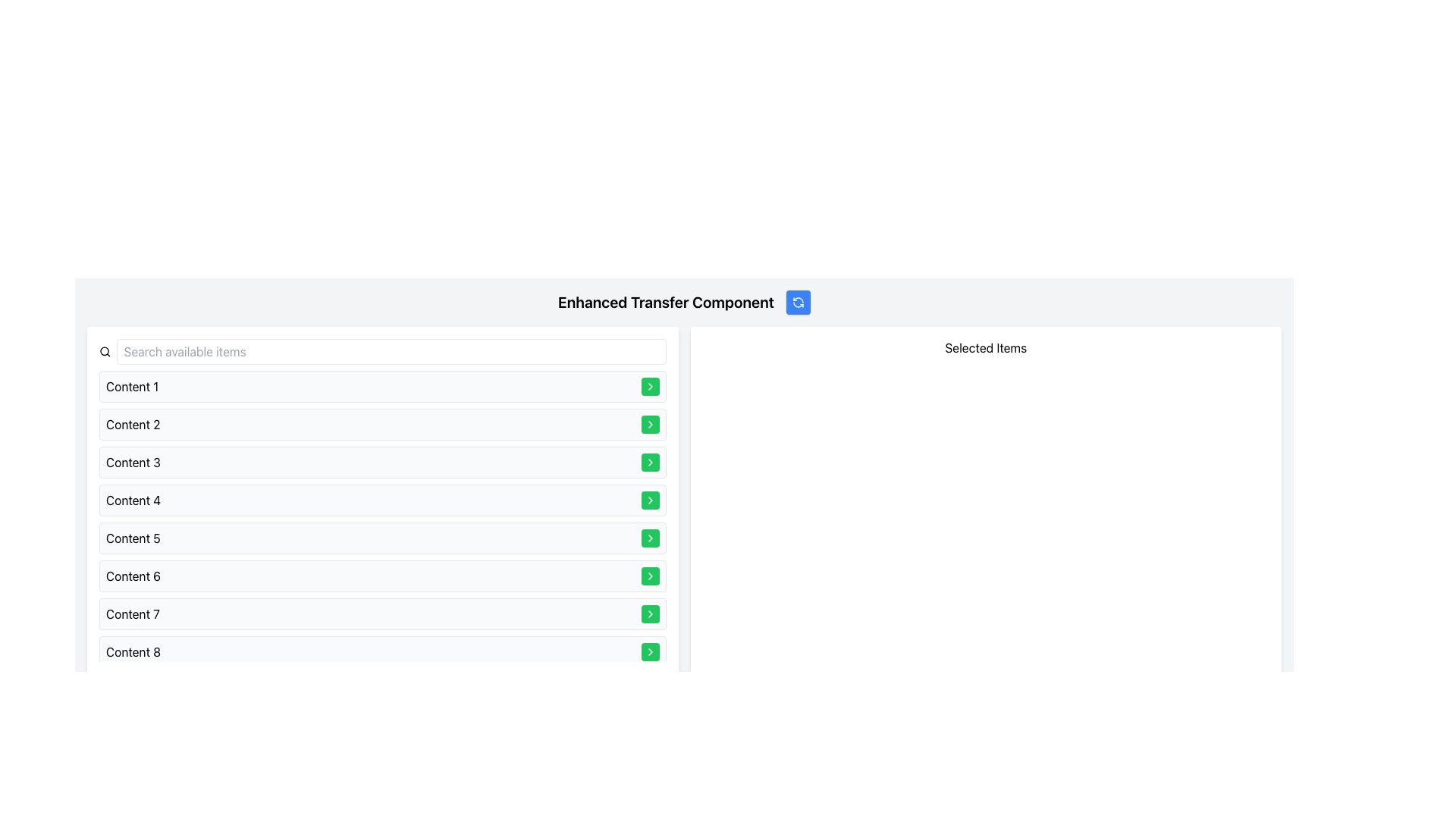  What do you see at coordinates (650, 651) in the screenshot?
I see `the green button with a chevron icon located in the 'Search available items' section, rightmost in the 'Content 8' row` at bounding box center [650, 651].